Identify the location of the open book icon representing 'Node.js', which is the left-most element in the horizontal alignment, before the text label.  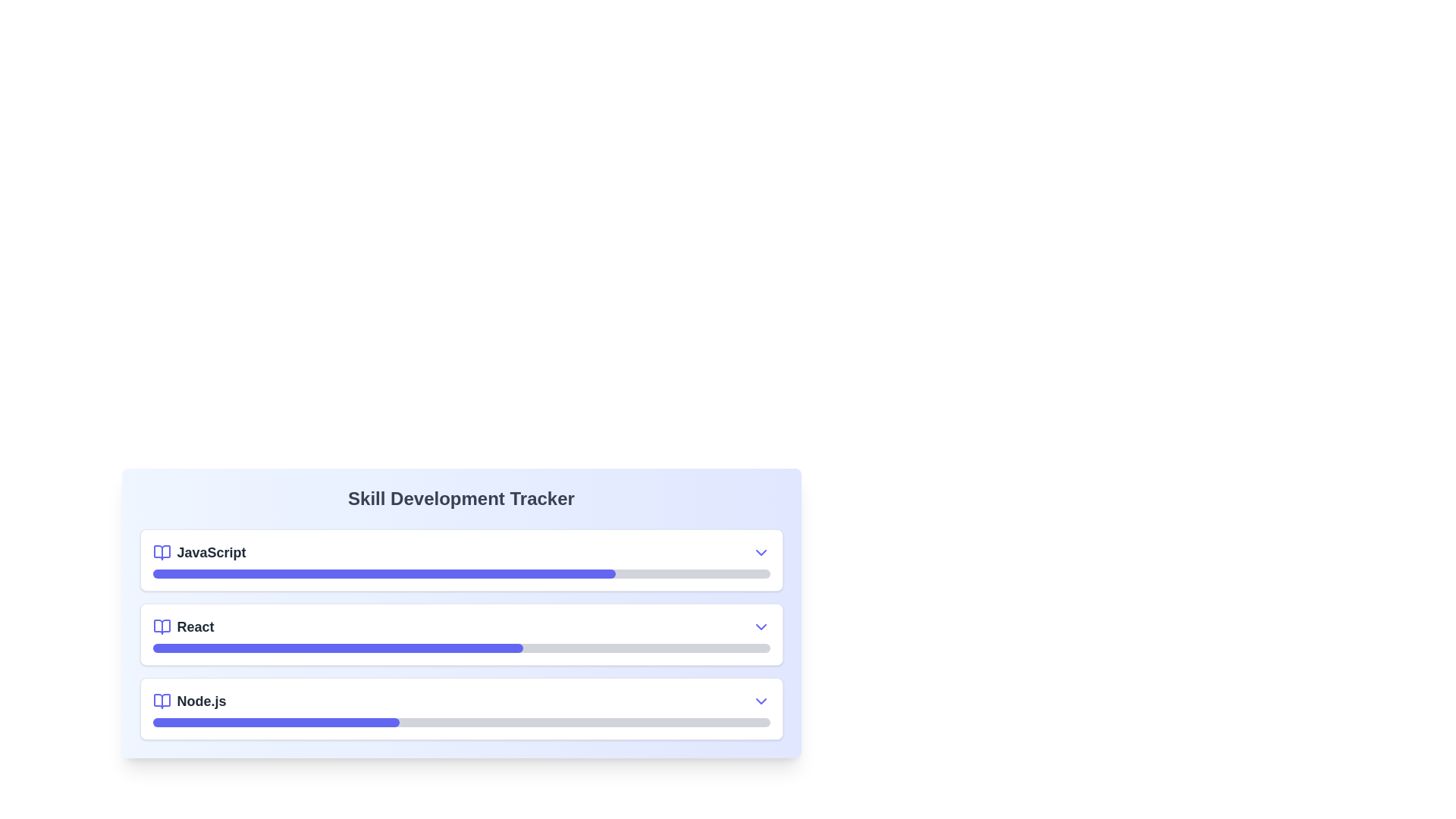
(162, 701).